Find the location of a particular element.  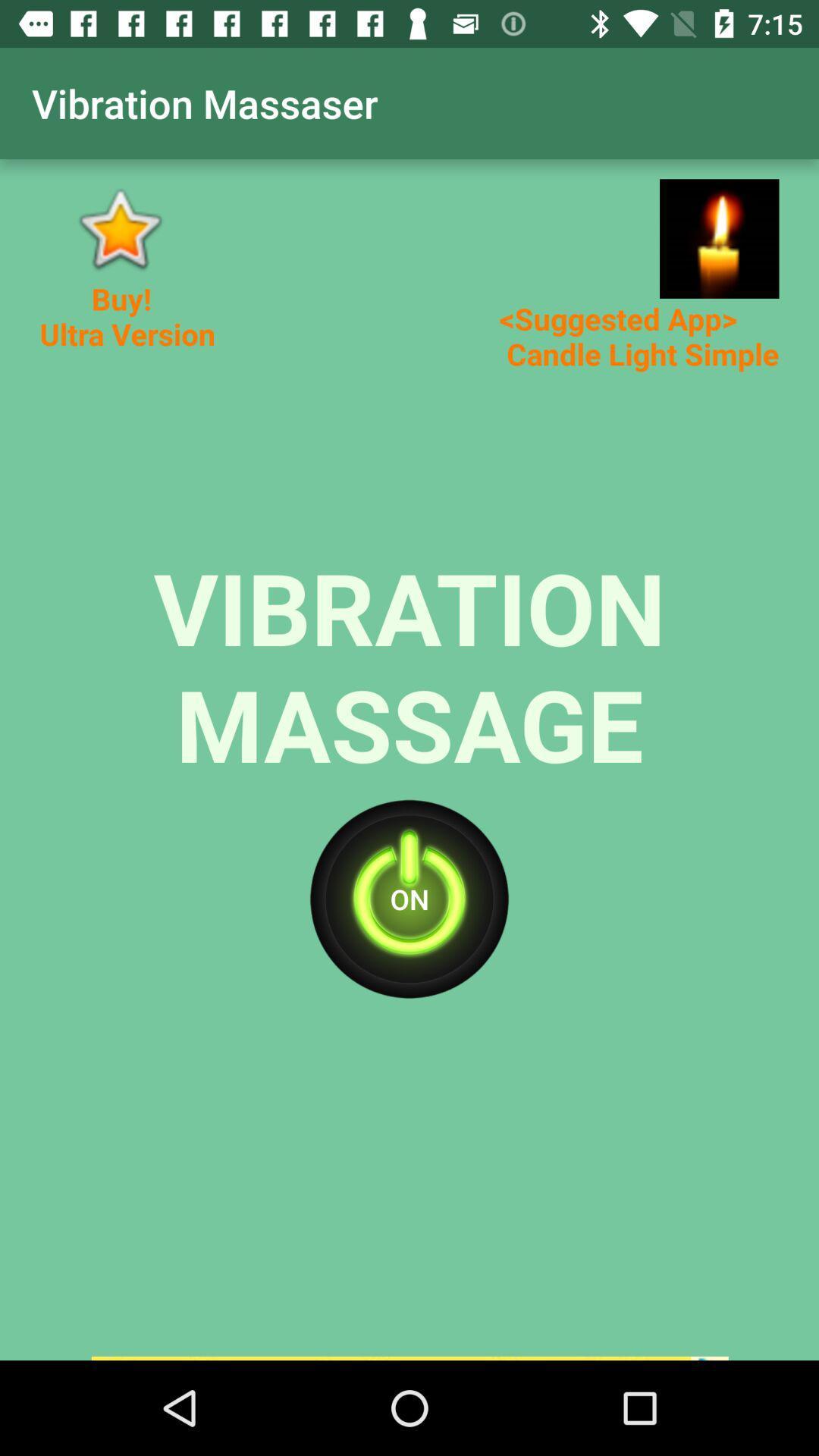

the star icon is located at coordinates (118, 227).